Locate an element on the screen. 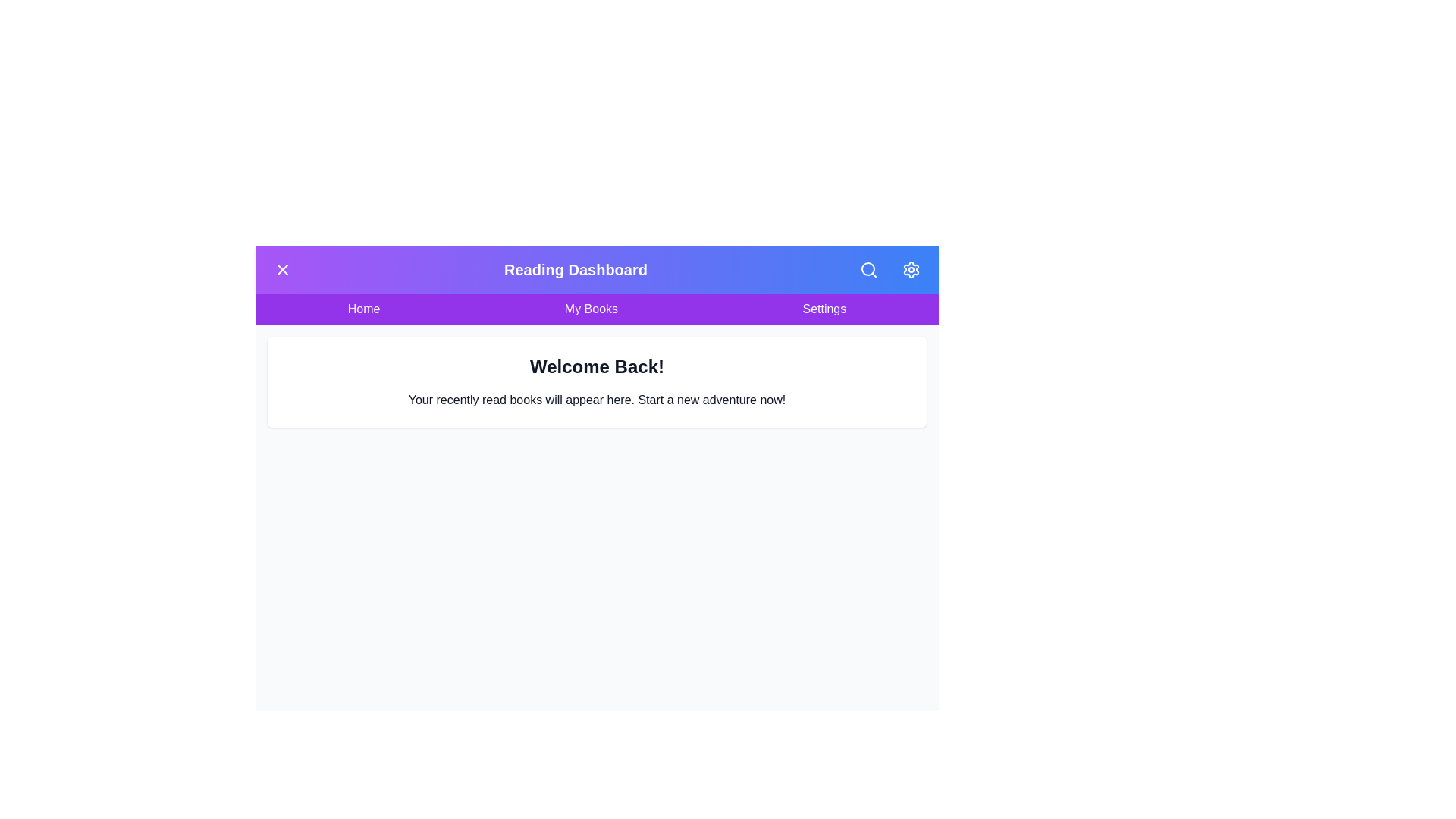 This screenshot has height=819, width=1456. the navigation link My Books to navigate to the respective section is located at coordinates (589, 309).